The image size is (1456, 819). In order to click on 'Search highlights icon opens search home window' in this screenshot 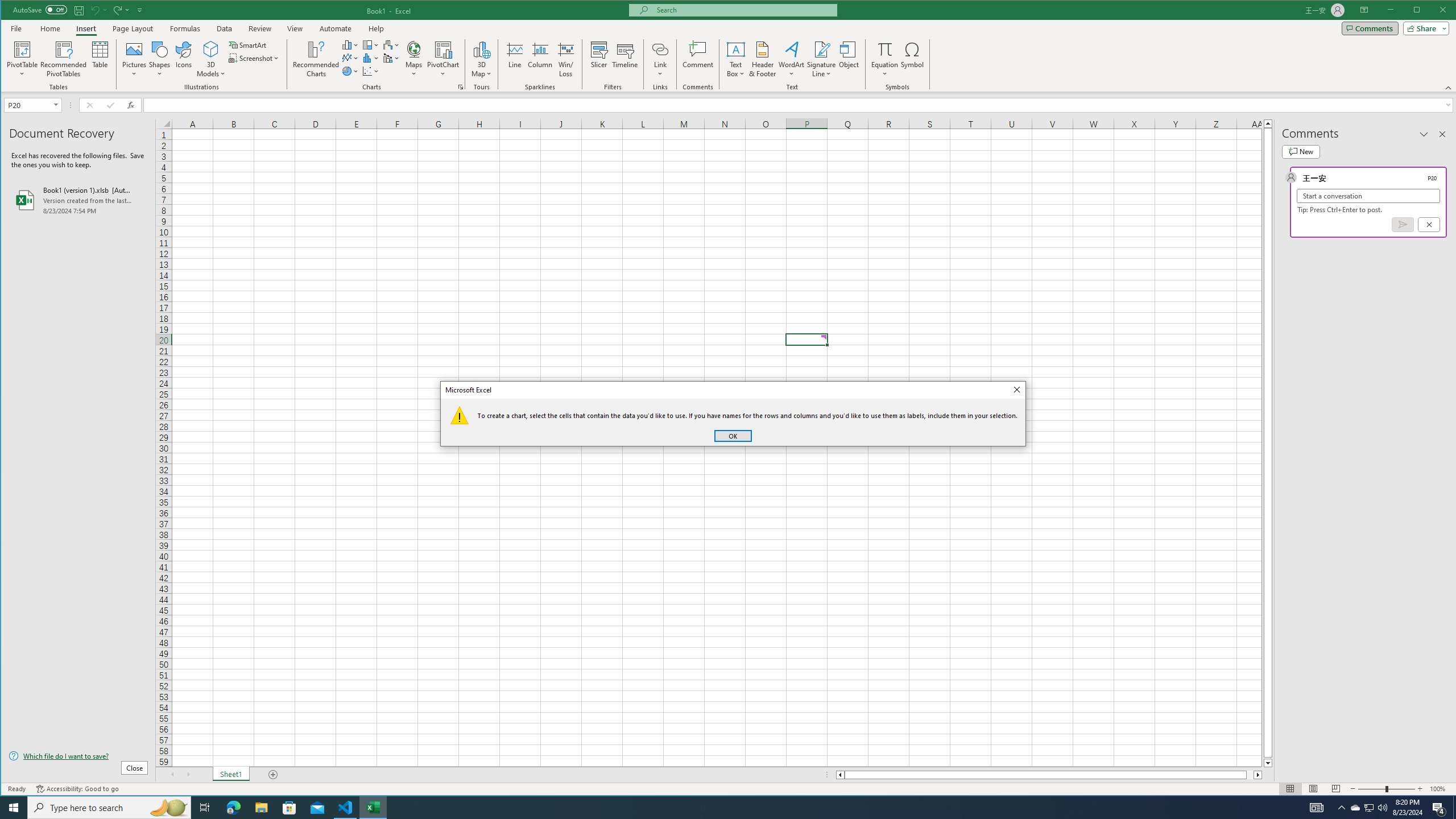, I will do `click(167, 806)`.